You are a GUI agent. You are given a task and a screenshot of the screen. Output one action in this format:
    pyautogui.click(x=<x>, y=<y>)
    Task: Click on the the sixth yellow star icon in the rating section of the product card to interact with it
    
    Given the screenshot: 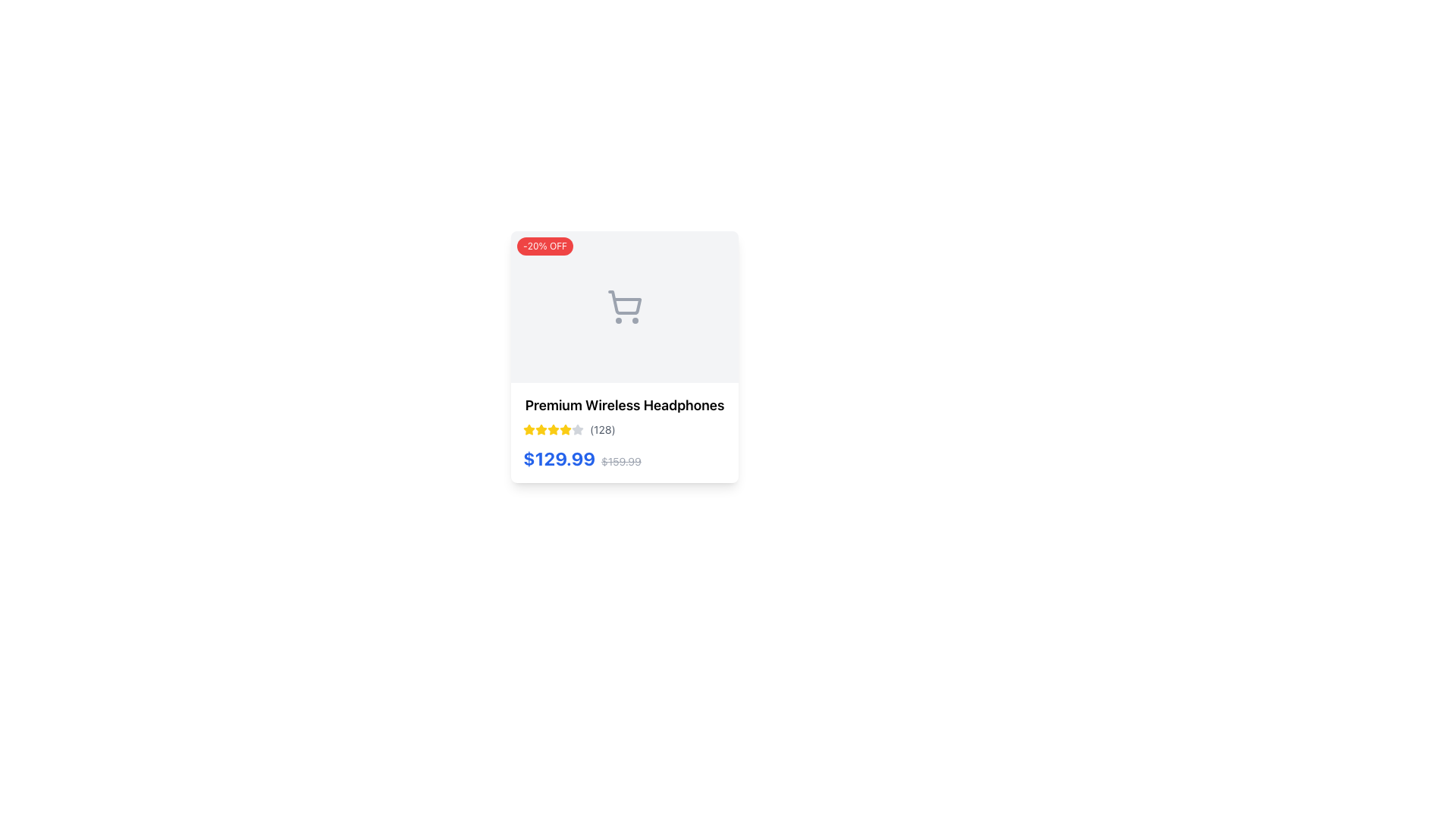 What is the action you would take?
    pyautogui.click(x=564, y=430)
    